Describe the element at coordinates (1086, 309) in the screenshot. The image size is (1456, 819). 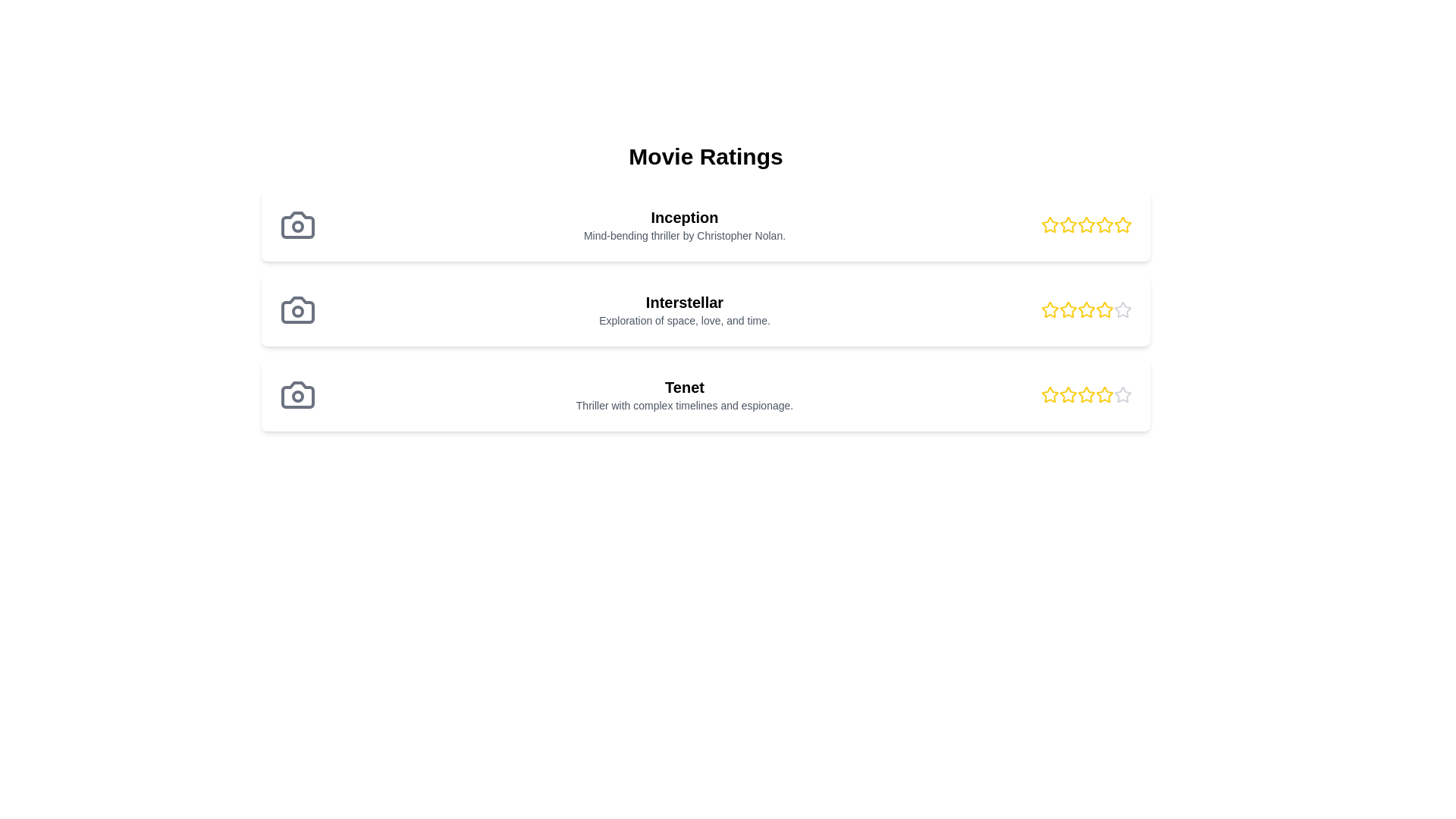
I see `the third yellow star icon in the 'Interstellar' section of the rating section` at that location.